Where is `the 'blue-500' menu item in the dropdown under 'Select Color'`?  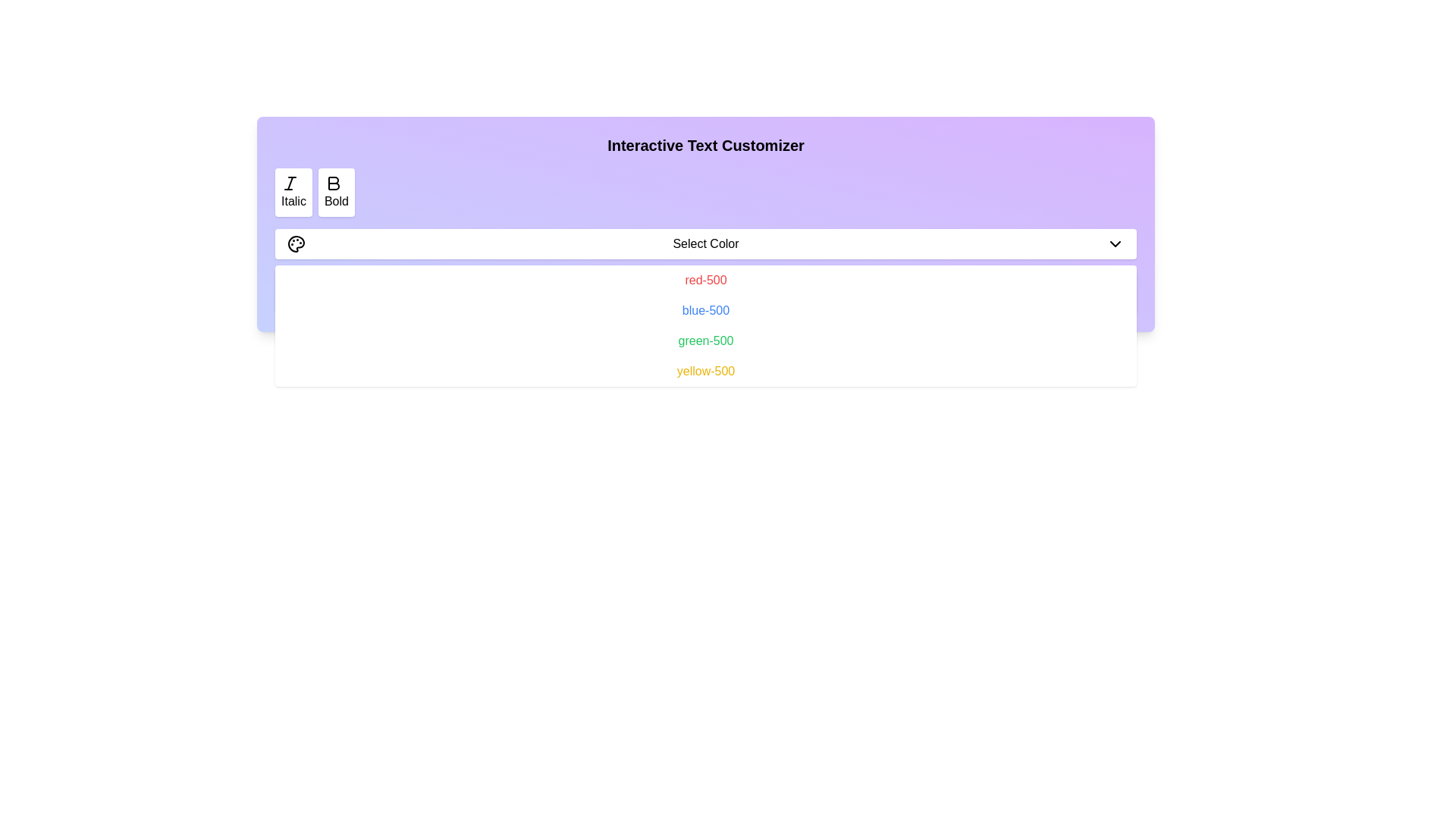
the 'blue-500' menu item in the dropdown under 'Select Color' is located at coordinates (705, 309).